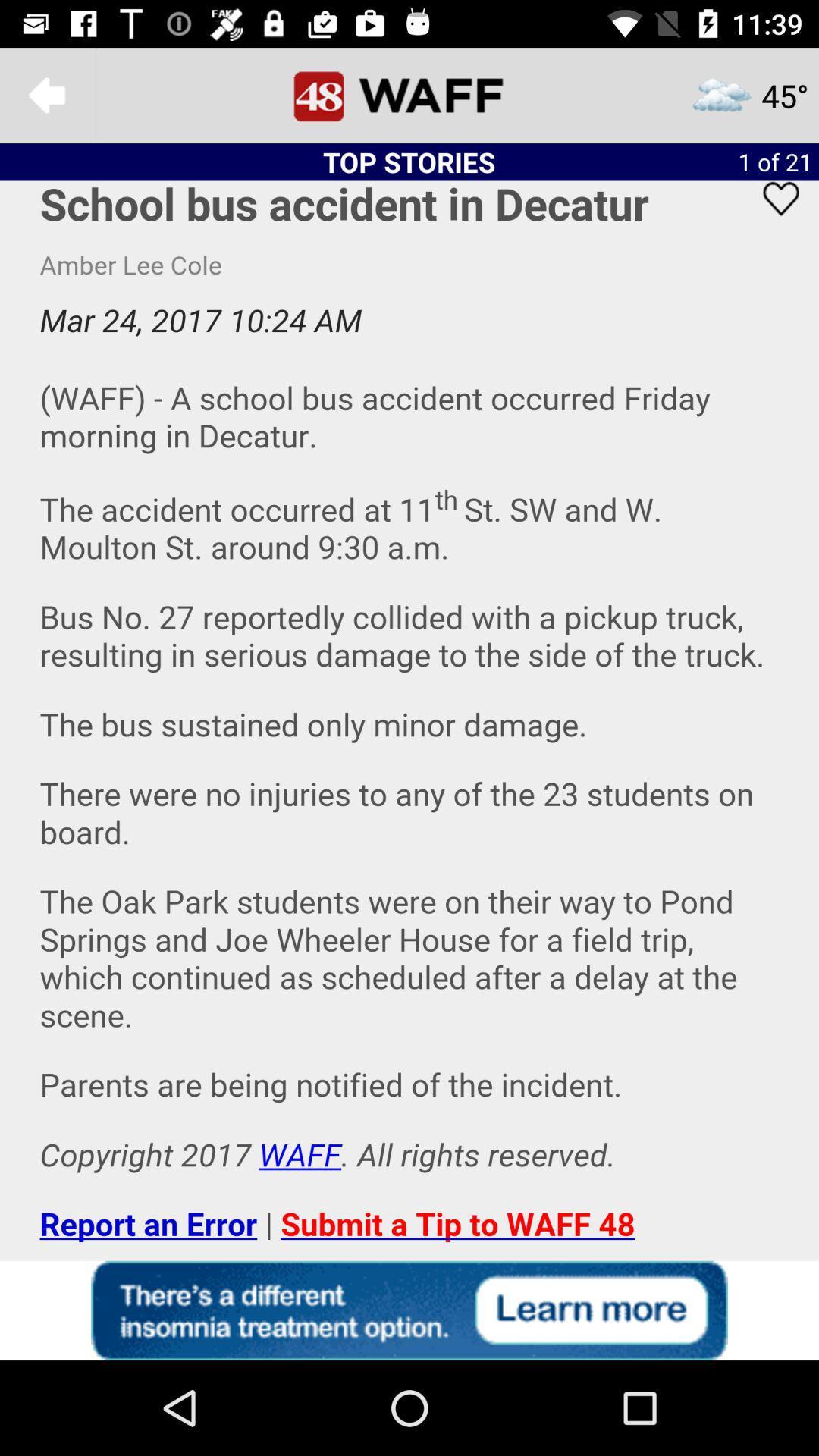 The image size is (819, 1456). I want to click on 48 waff homepage, so click(409, 94).